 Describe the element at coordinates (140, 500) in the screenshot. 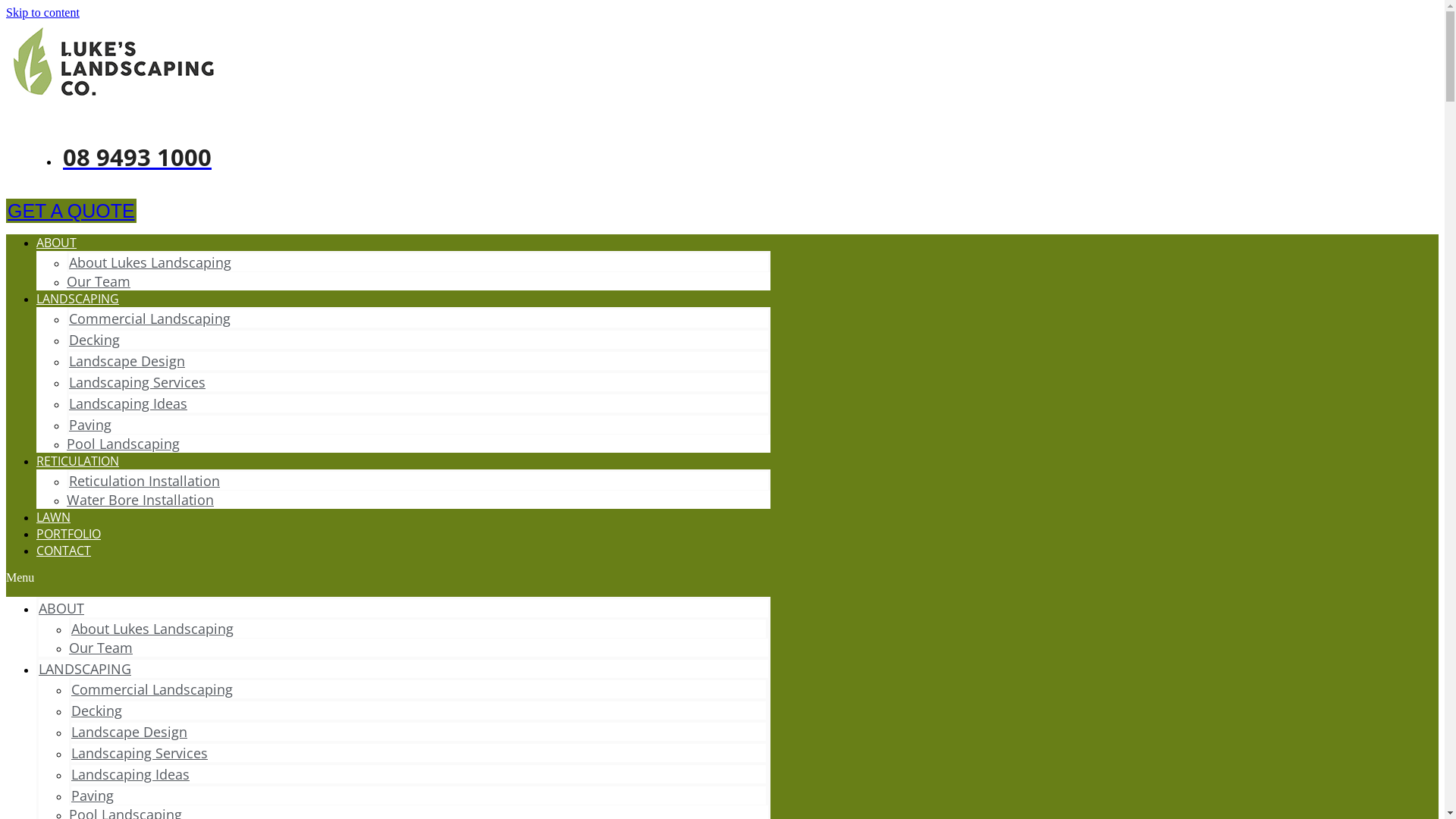

I see `'Water Bore Installation'` at that location.